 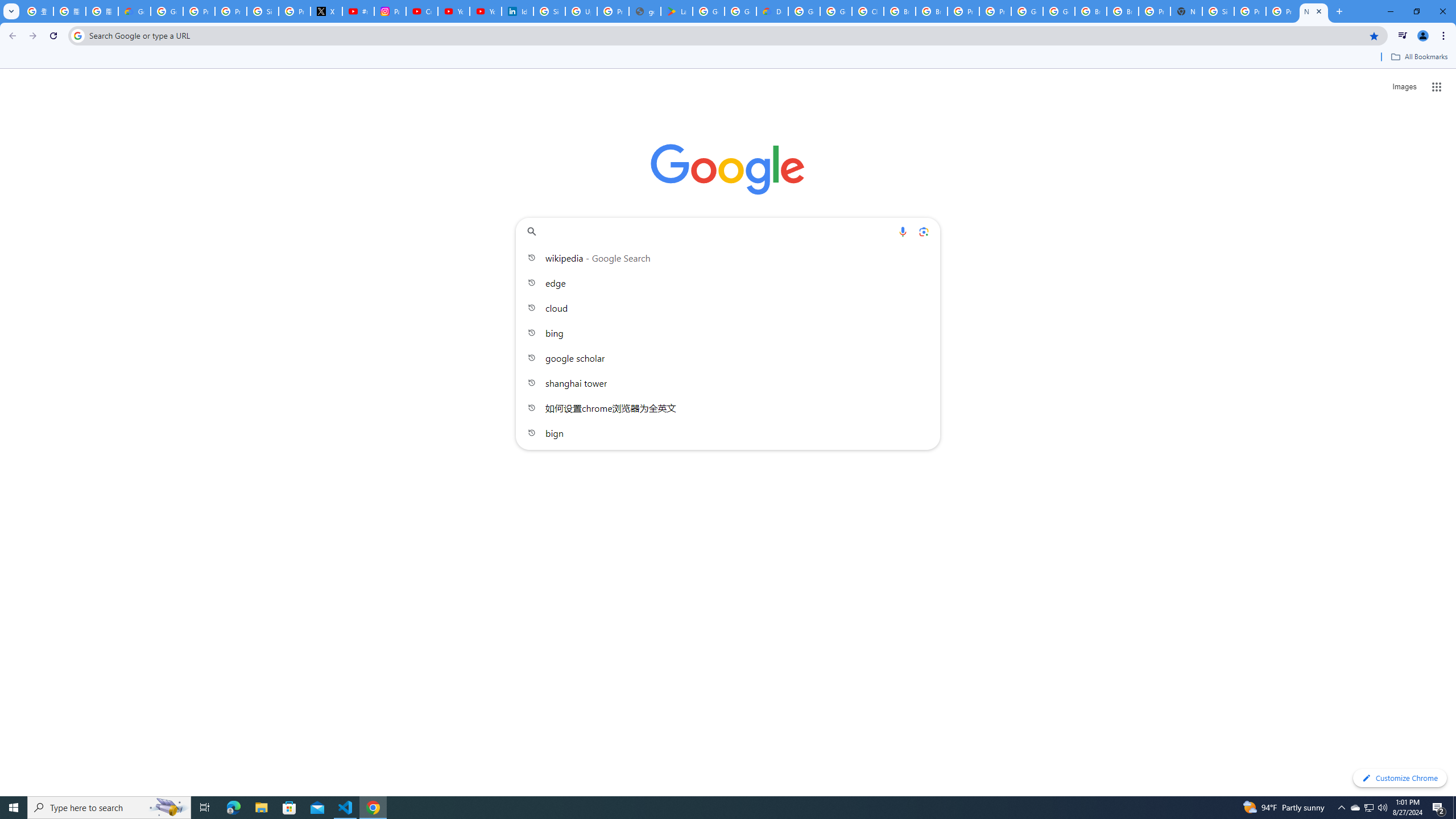 I want to click on 'Search icon', so click(x=77, y=35).